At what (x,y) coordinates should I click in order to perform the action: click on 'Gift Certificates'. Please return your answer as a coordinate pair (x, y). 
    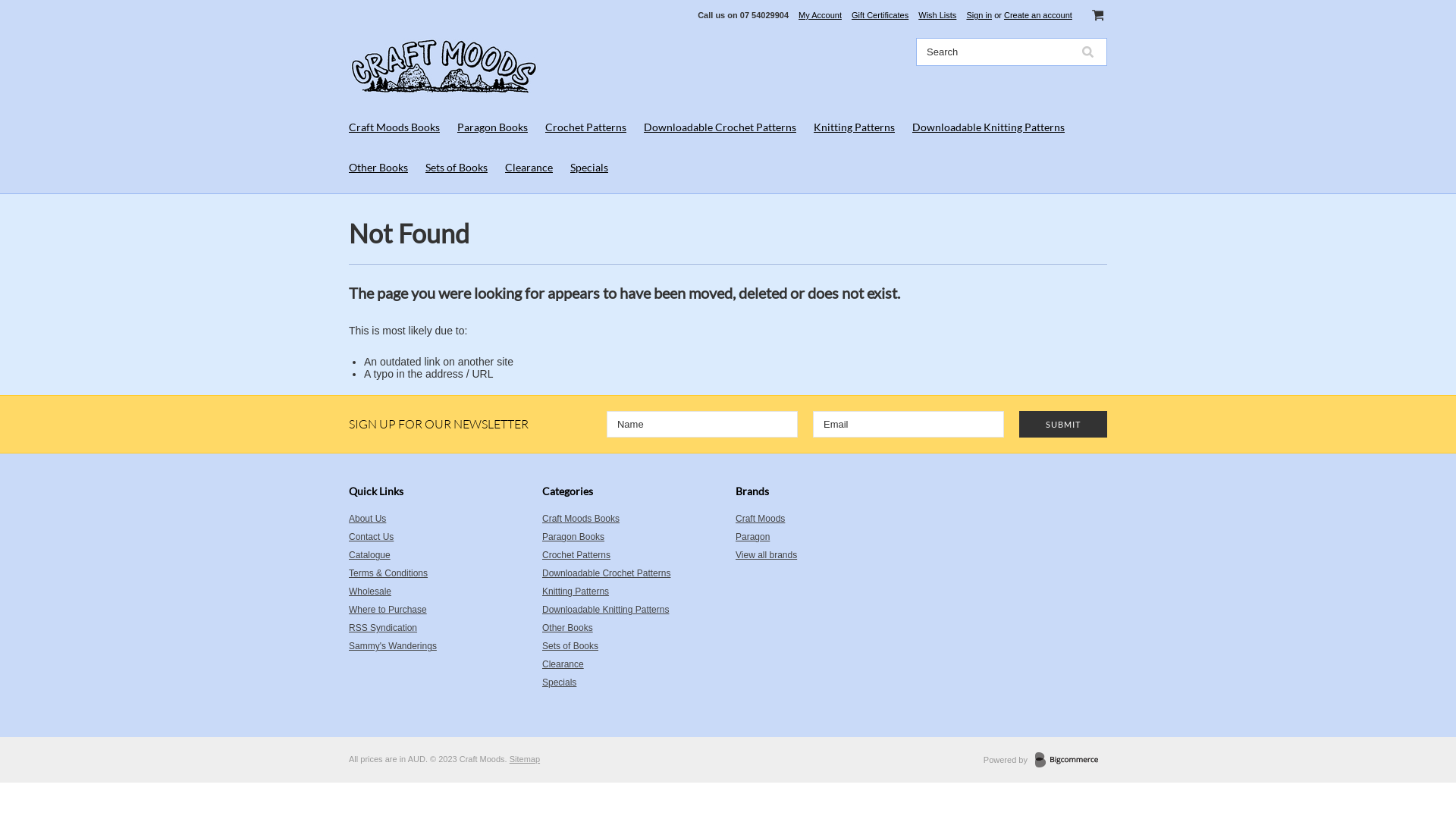
    Looking at the image, I should click on (880, 14).